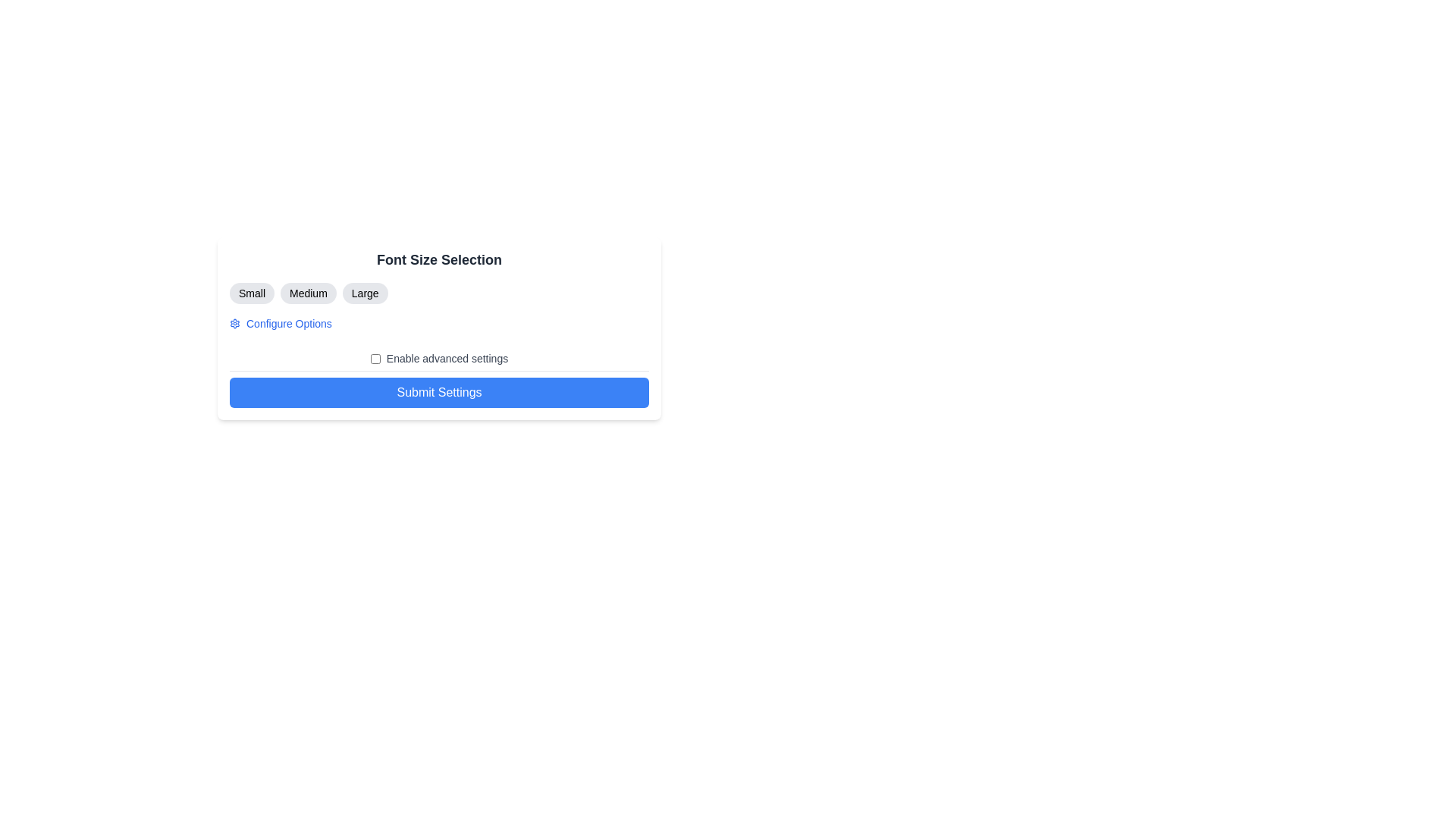 Image resolution: width=1456 pixels, height=819 pixels. I want to click on the 'Medium' font size button located in the 'Font Size Selection' section, which is the second button among three horizontally aligned options labeled 'Small', 'Medium', and 'Large', so click(307, 293).